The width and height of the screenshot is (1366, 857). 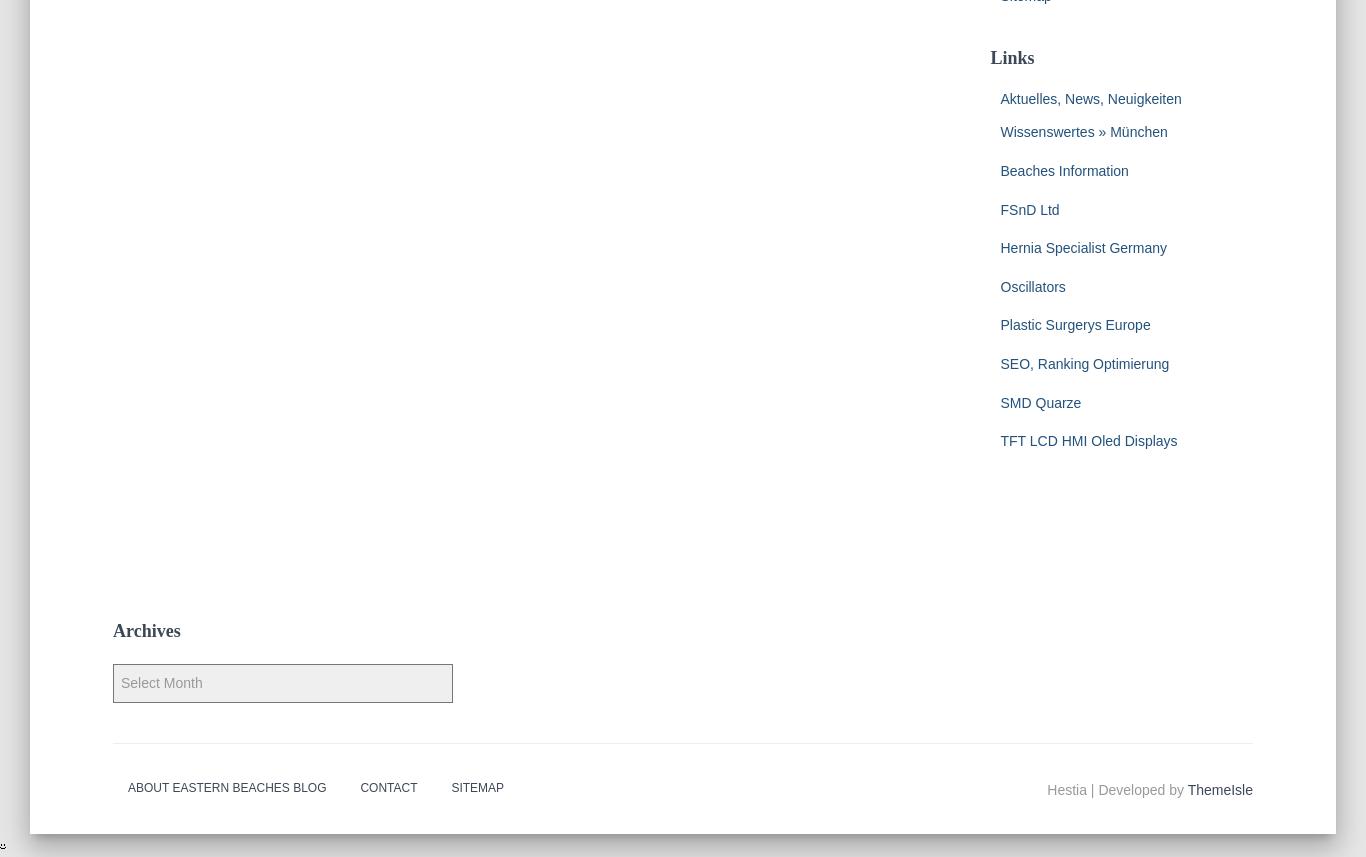 What do you see at coordinates (1031, 284) in the screenshot?
I see `'Oscillators'` at bounding box center [1031, 284].